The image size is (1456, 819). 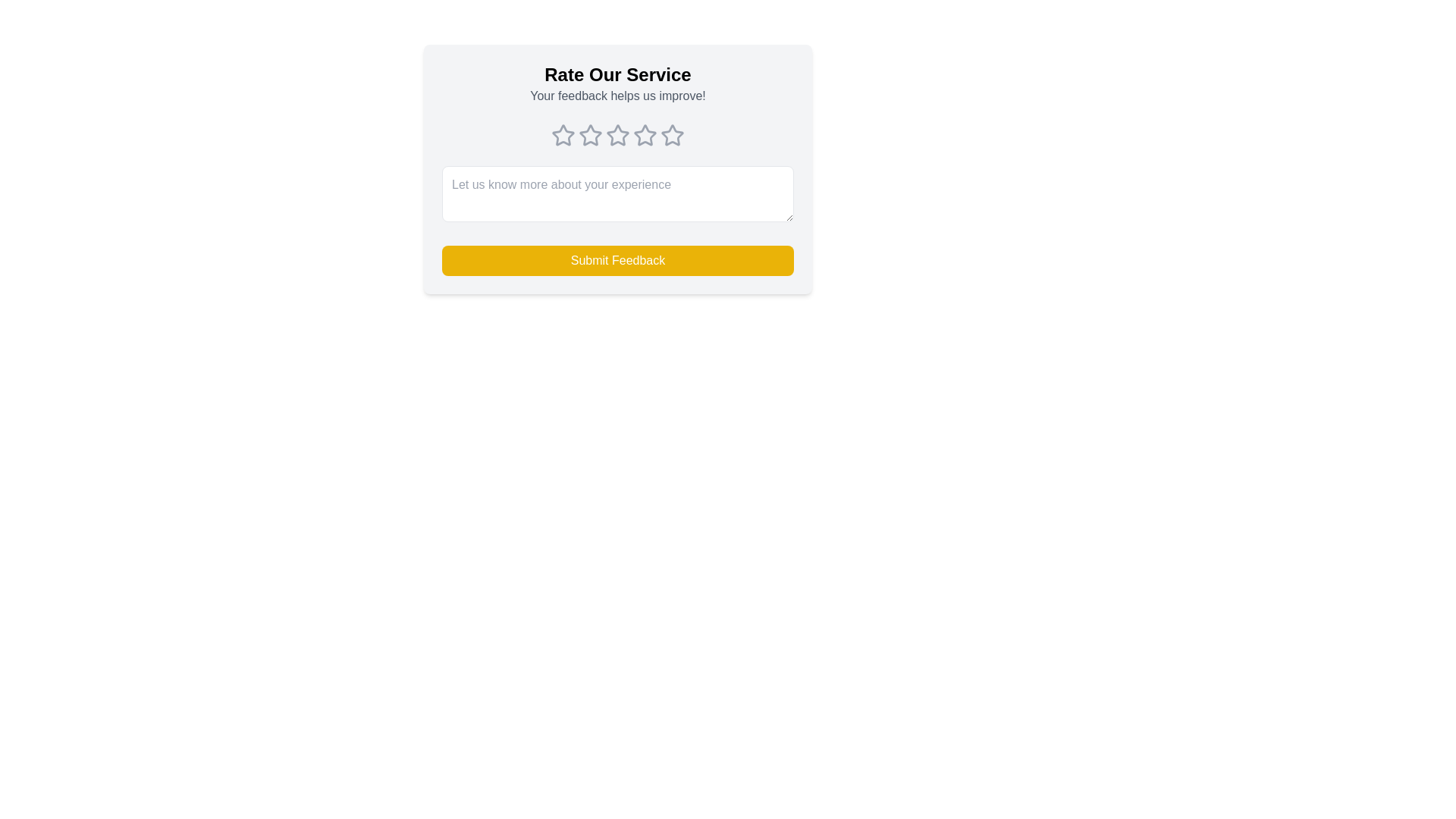 What do you see at coordinates (672, 134) in the screenshot?
I see `the fifth star in the five-star rating system to give the highest rating for the service, located beneath the text 'Rate Our Service'` at bounding box center [672, 134].